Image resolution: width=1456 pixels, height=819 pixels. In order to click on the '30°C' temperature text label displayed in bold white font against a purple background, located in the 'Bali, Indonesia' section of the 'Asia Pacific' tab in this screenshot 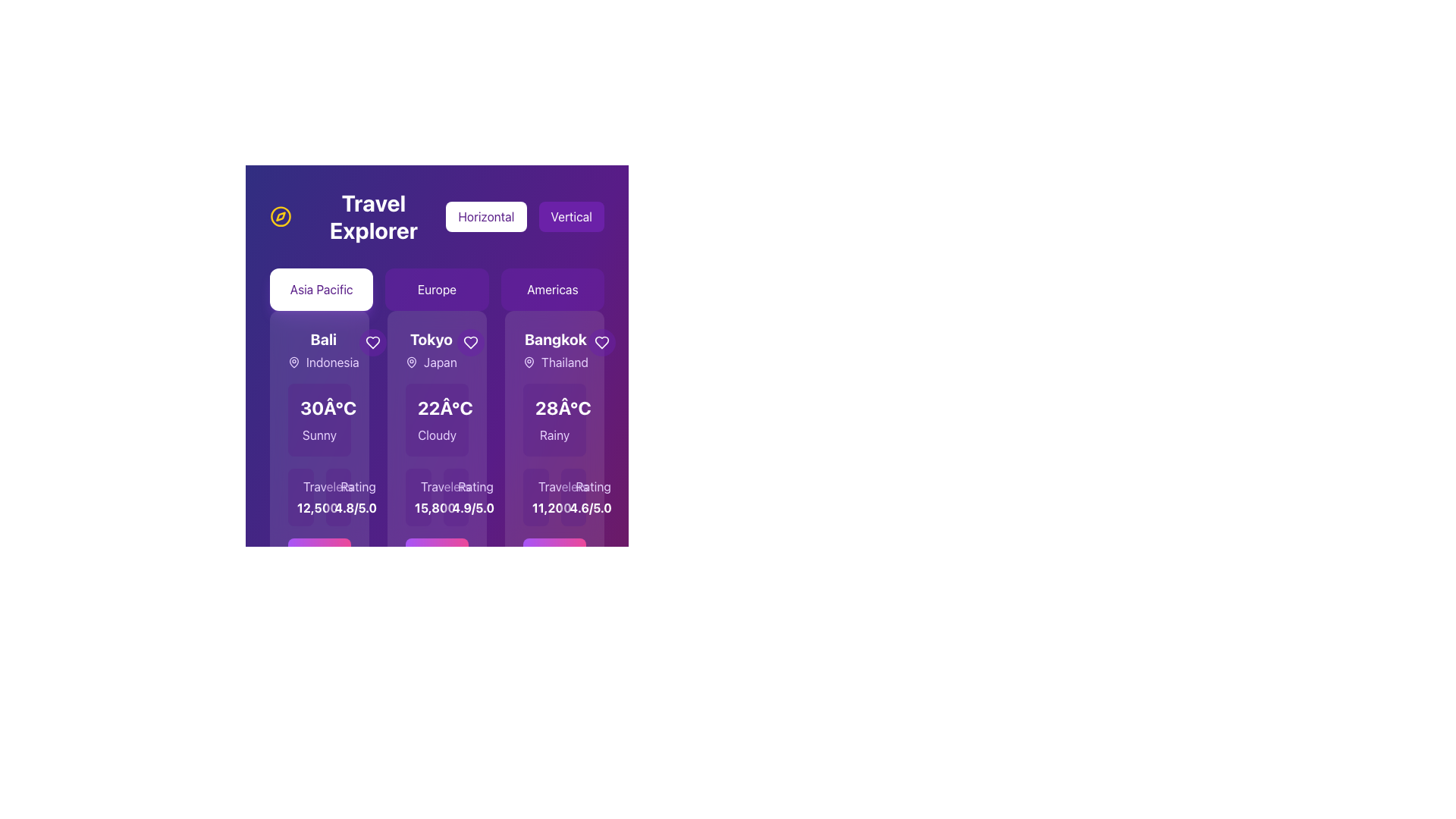, I will do `click(328, 406)`.